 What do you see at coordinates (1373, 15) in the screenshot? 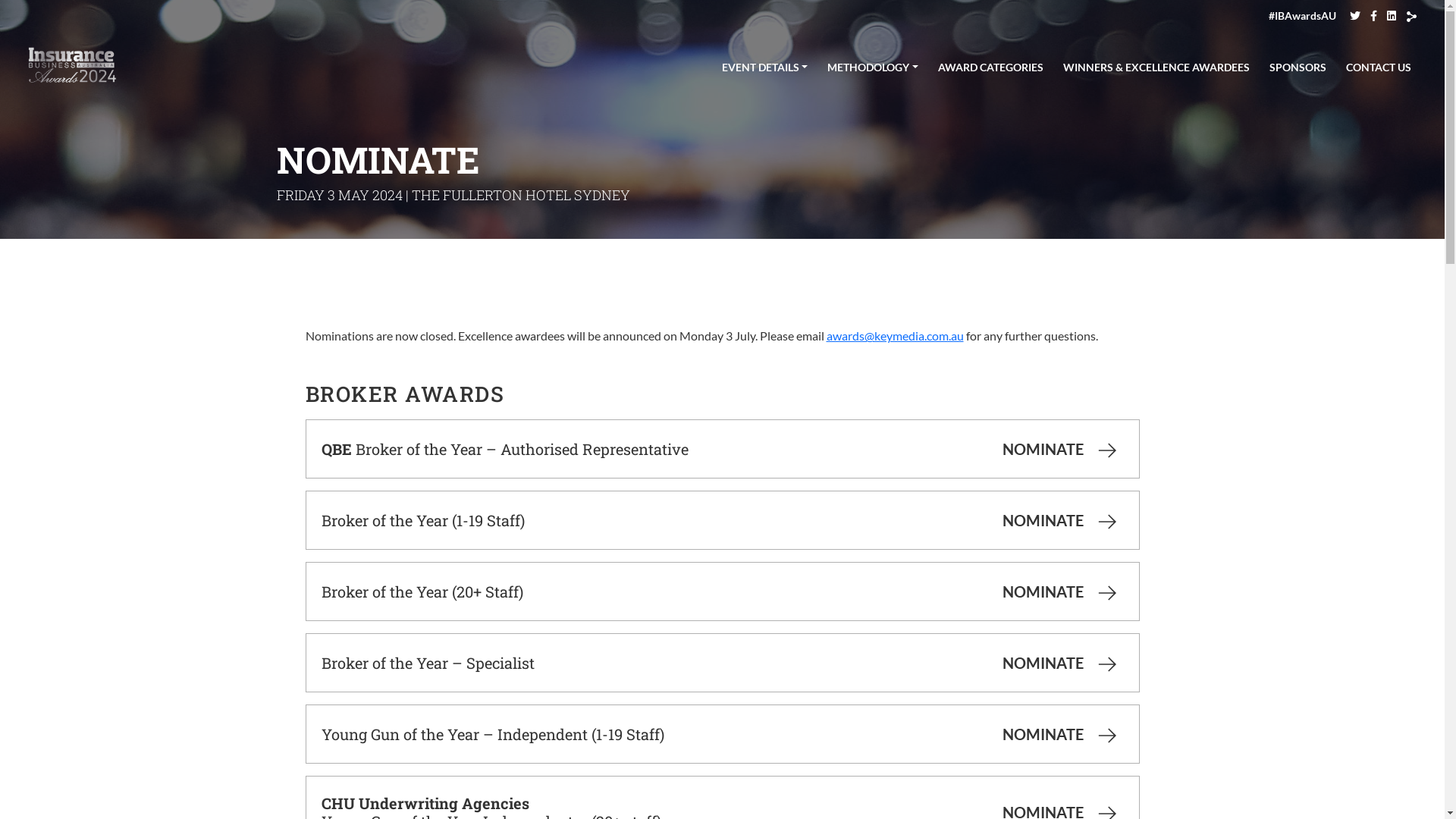
I see `'Insurance Business Awards Australia Facebook page'` at bounding box center [1373, 15].